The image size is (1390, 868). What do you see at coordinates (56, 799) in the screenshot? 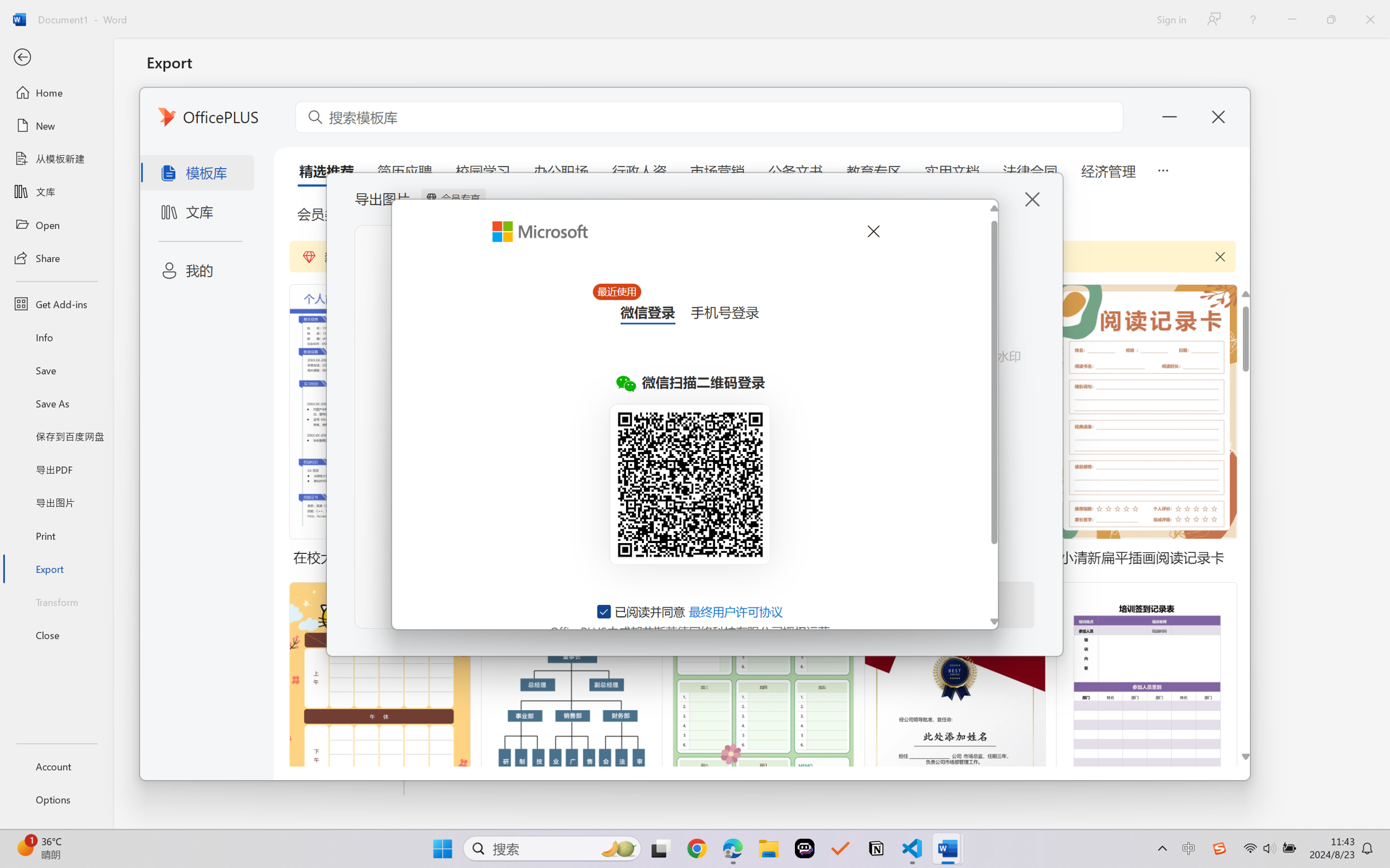
I see `'Options'` at bounding box center [56, 799].